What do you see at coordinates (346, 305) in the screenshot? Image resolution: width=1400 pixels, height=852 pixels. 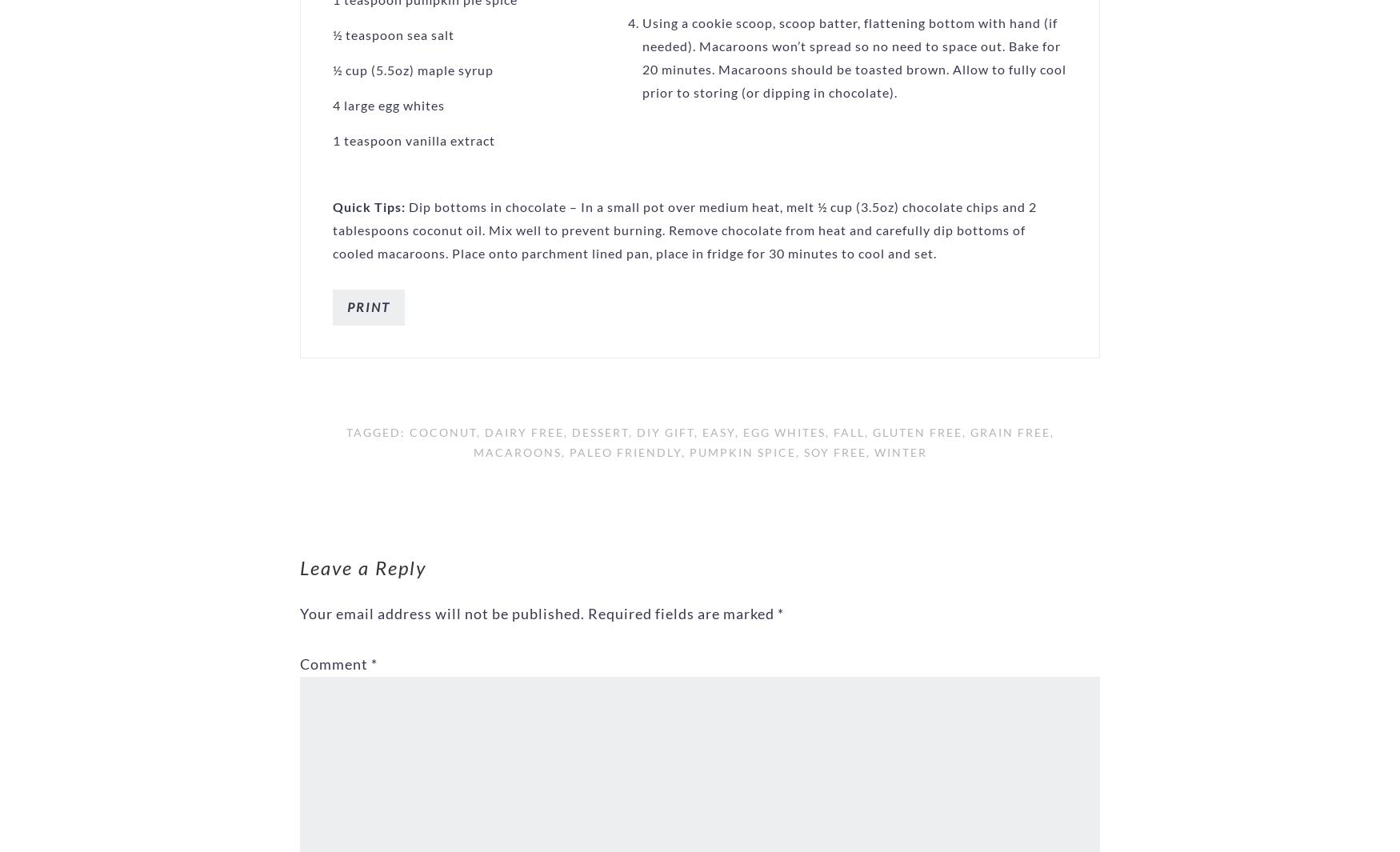 I see `'Print'` at bounding box center [346, 305].